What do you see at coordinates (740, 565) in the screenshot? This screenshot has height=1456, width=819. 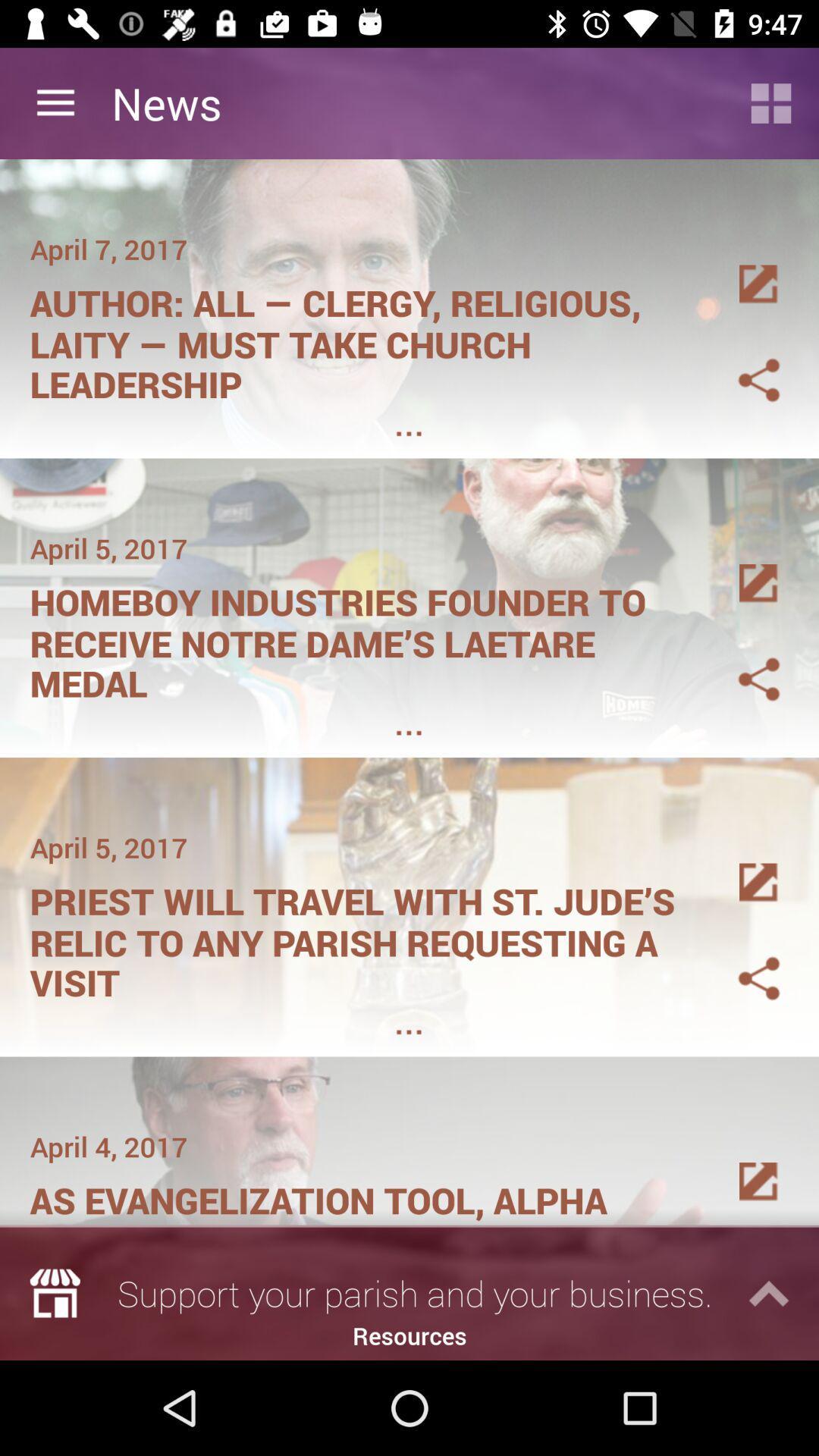 I see `the gallary` at bounding box center [740, 565].